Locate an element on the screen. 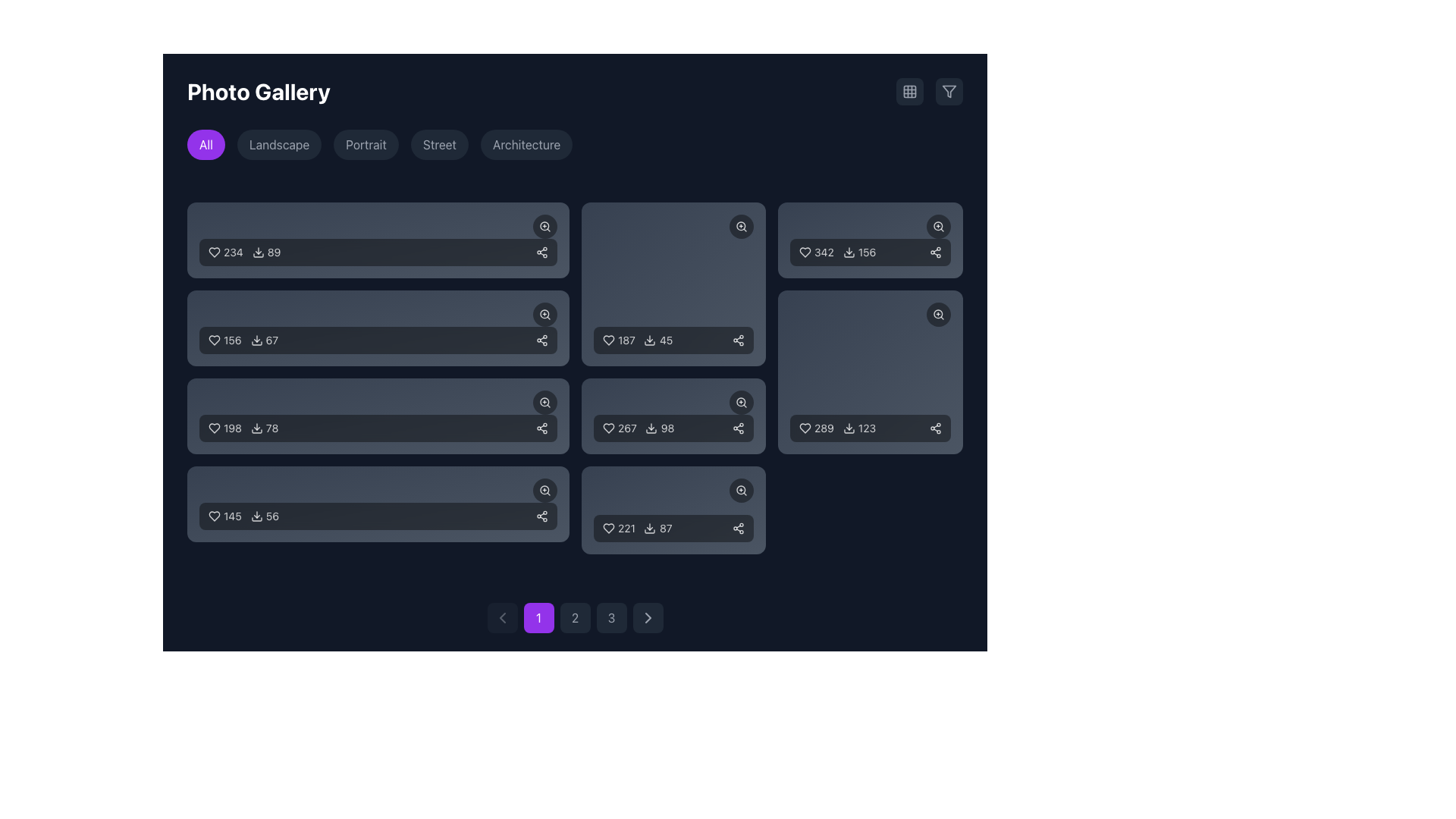 Image resolution: width=1456 pixels, height=819 pixels. the Panel with interactive icons containing a heart icon, download icon, magnifying glass icon, and sharing icon is located at coordinates (378, 327).